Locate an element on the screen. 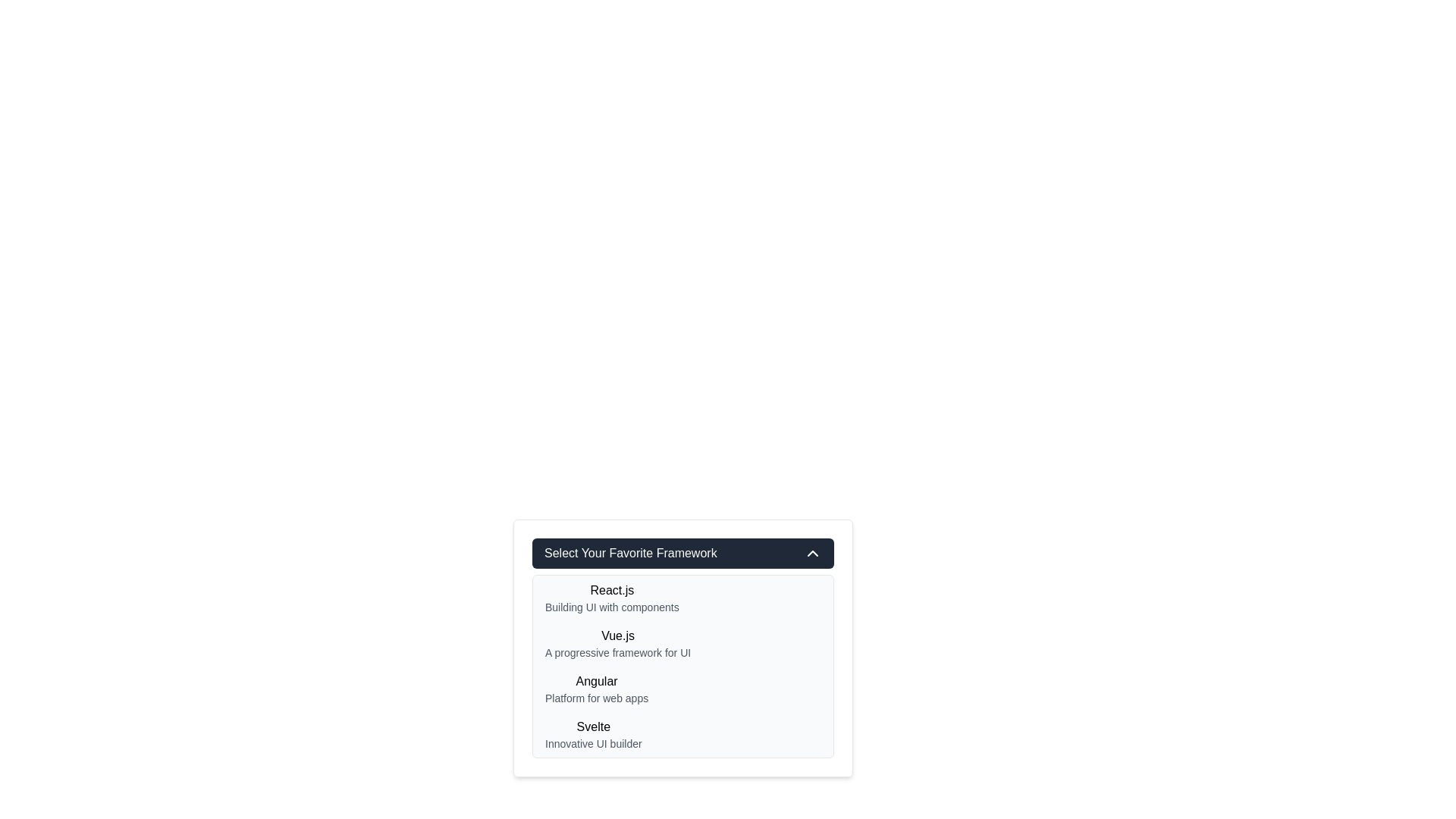 This screenshot has height=819, width=1456. the text label displaying 'A progressive framework for UI' which is located beneath the 'Vue.js' heading within the 'Select Your Favorite Framework' dropdown is located at coordinates (618, 651).